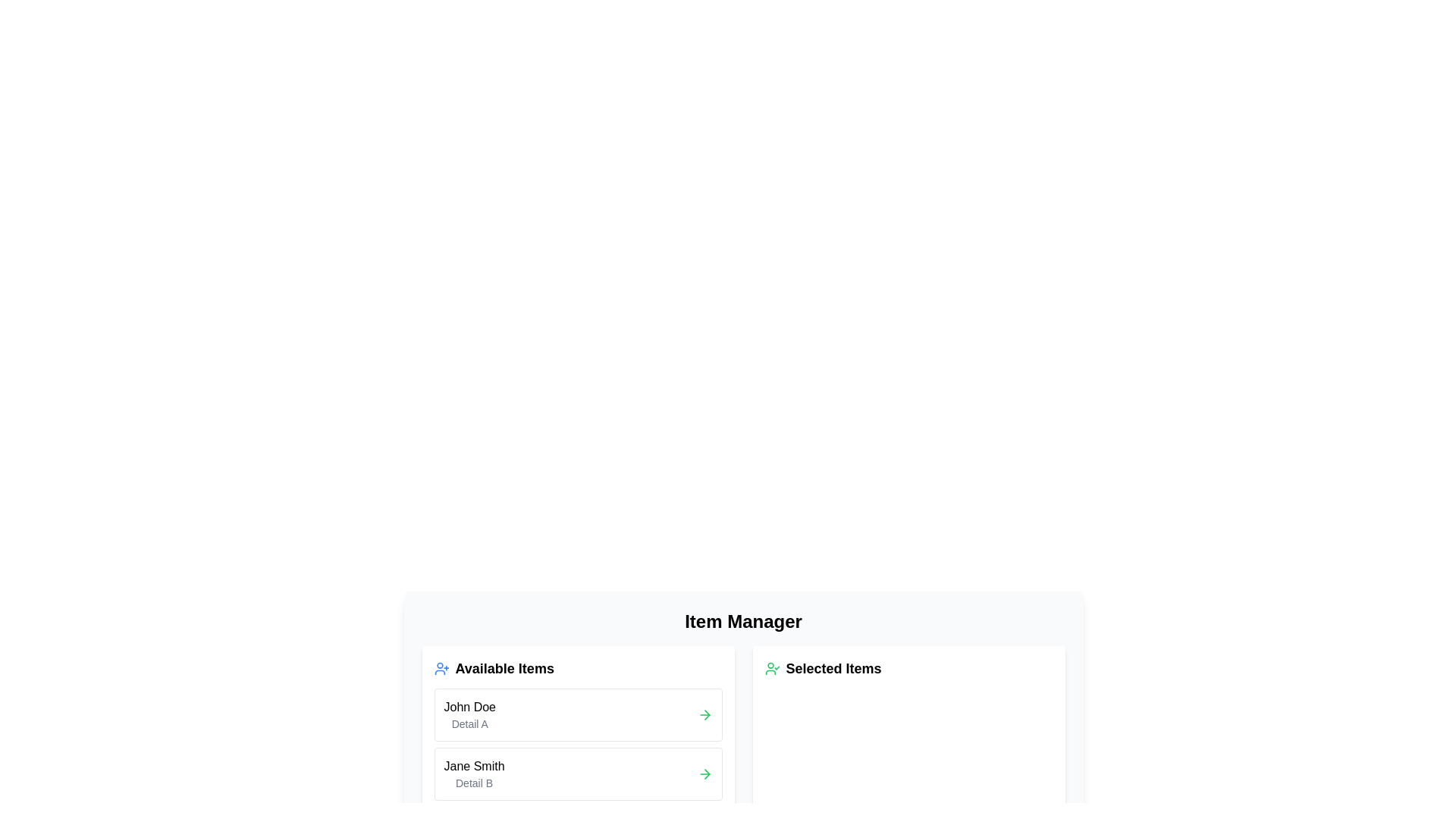  What do you see at coordinates (473, 766) in the screenshot?
I see `the text label 'Jane Smith' located in the card under 'Available Items'` at bounding box center [473, 766].